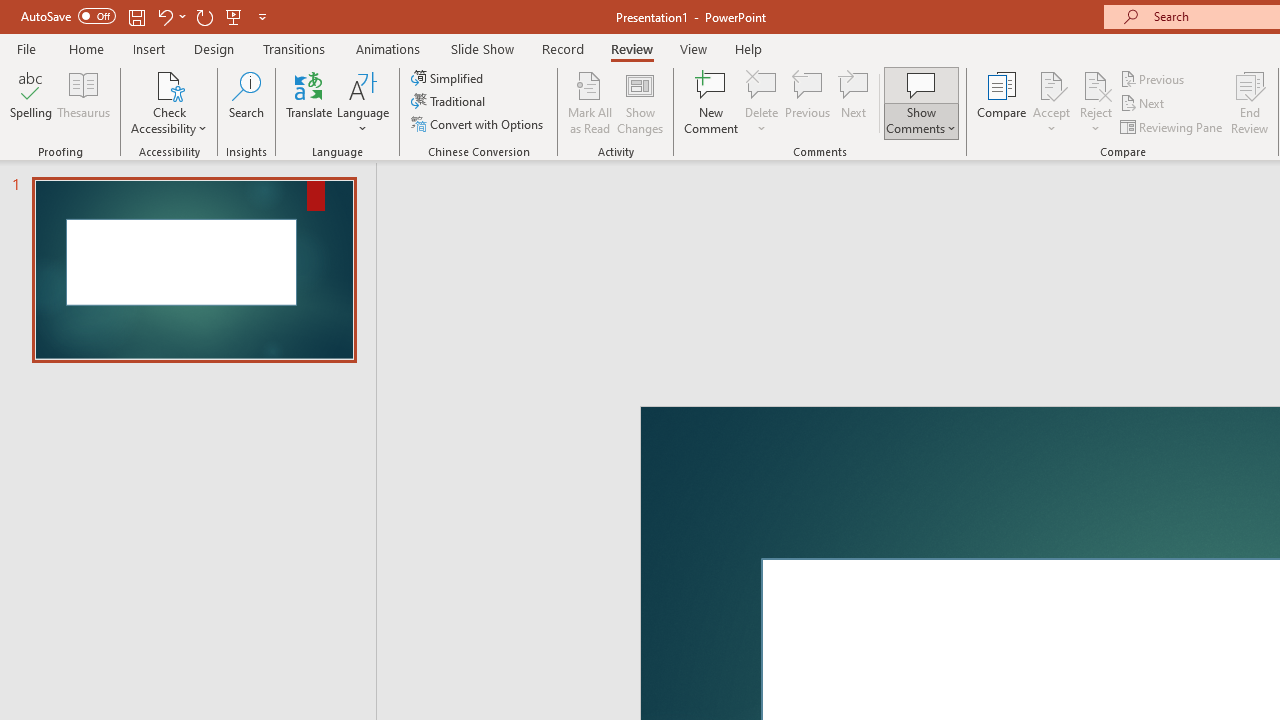 The width and height of the screenshot is (1280, 720). Describe the element at coordinates (640, 103) in the screenshot. I see `'Show Changes'` at that location.